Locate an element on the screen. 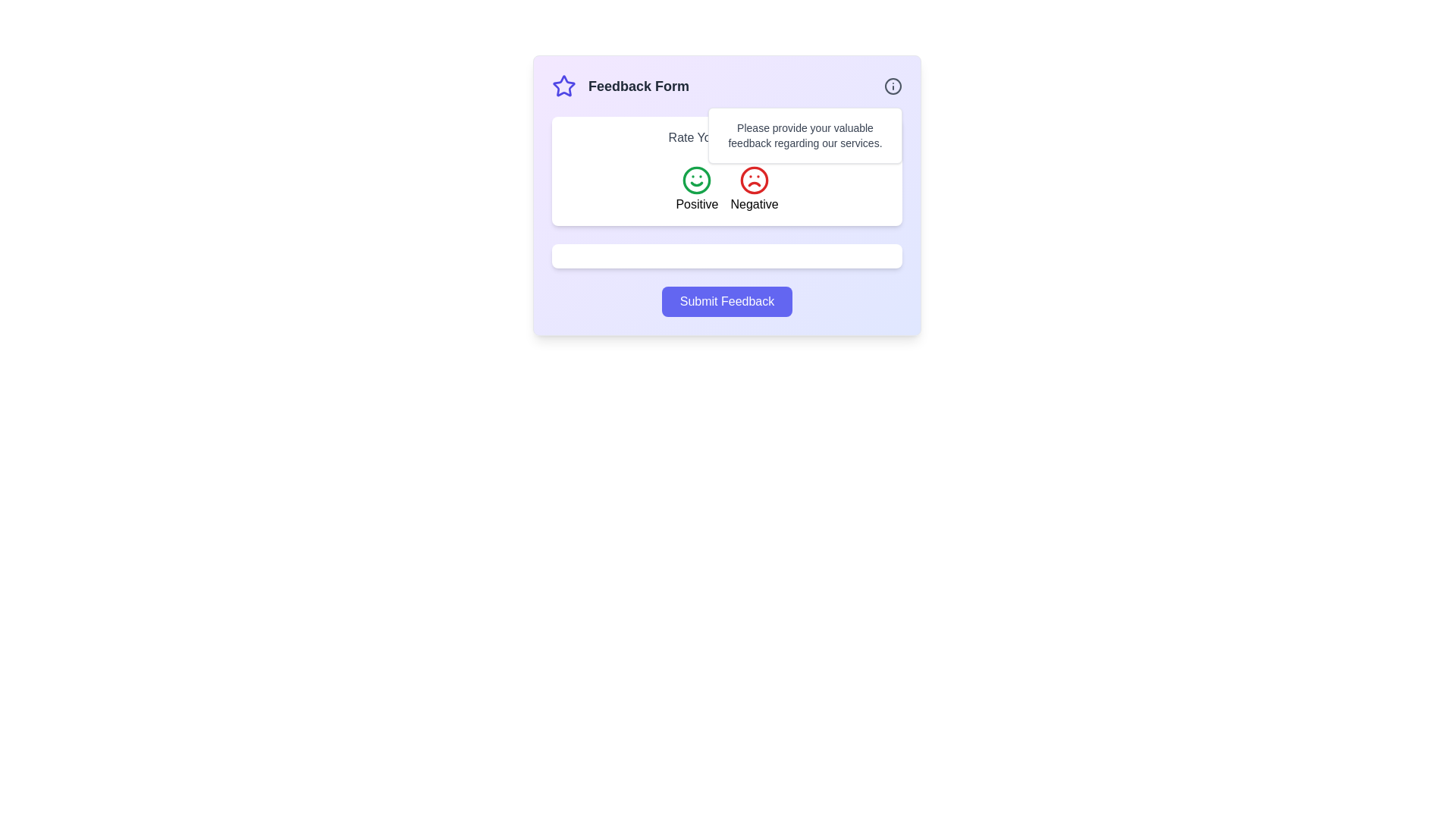 The image size is (1456, 819). the positive smiley face icon with a green outline located under the 'Rate Your Feedback' heading to trigger visual feedback or tooltip information is located at coordinates (696, 180).